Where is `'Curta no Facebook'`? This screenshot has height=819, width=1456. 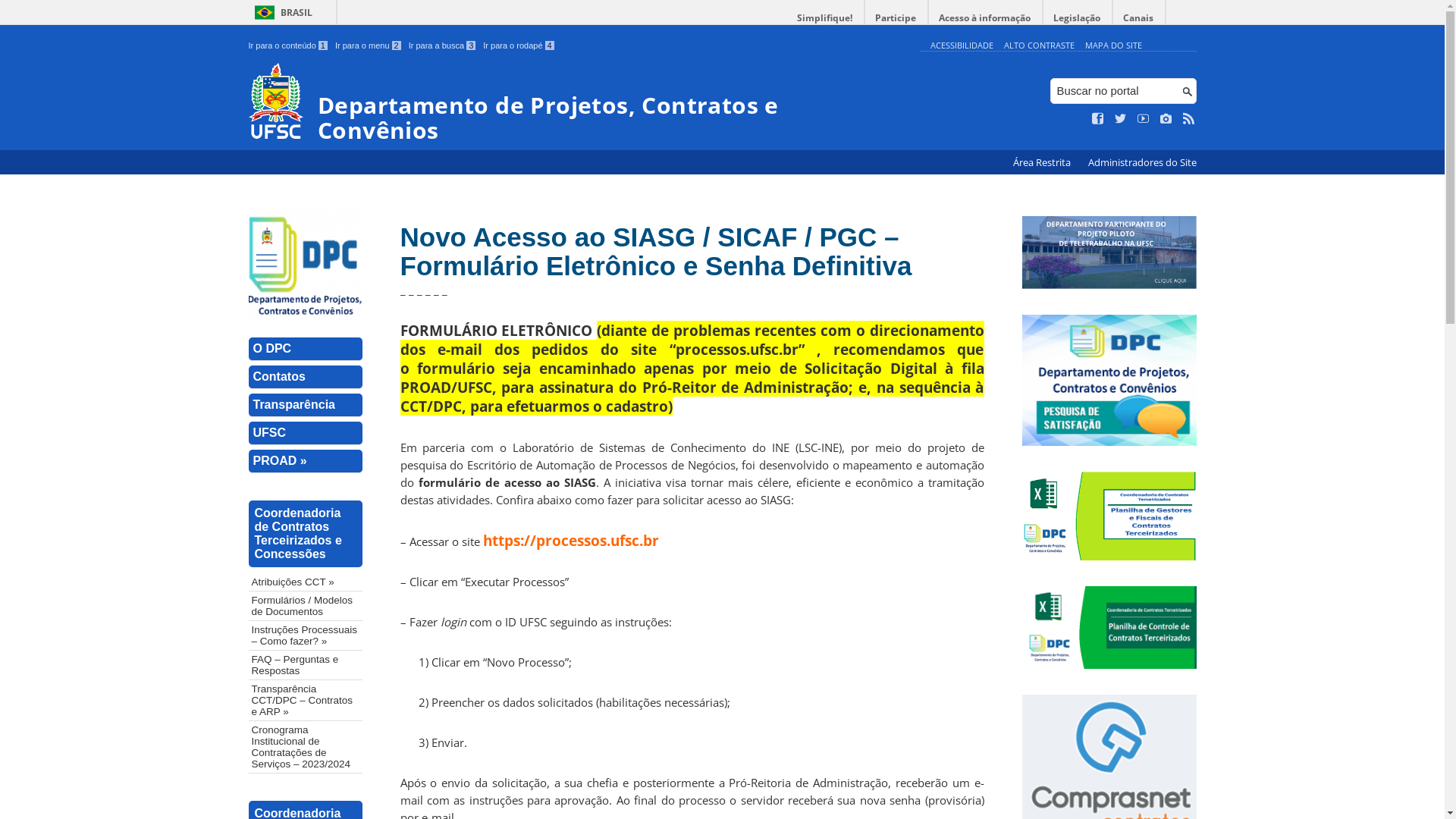
'Curta no Facebook' is located at coordinates (1098, 118).